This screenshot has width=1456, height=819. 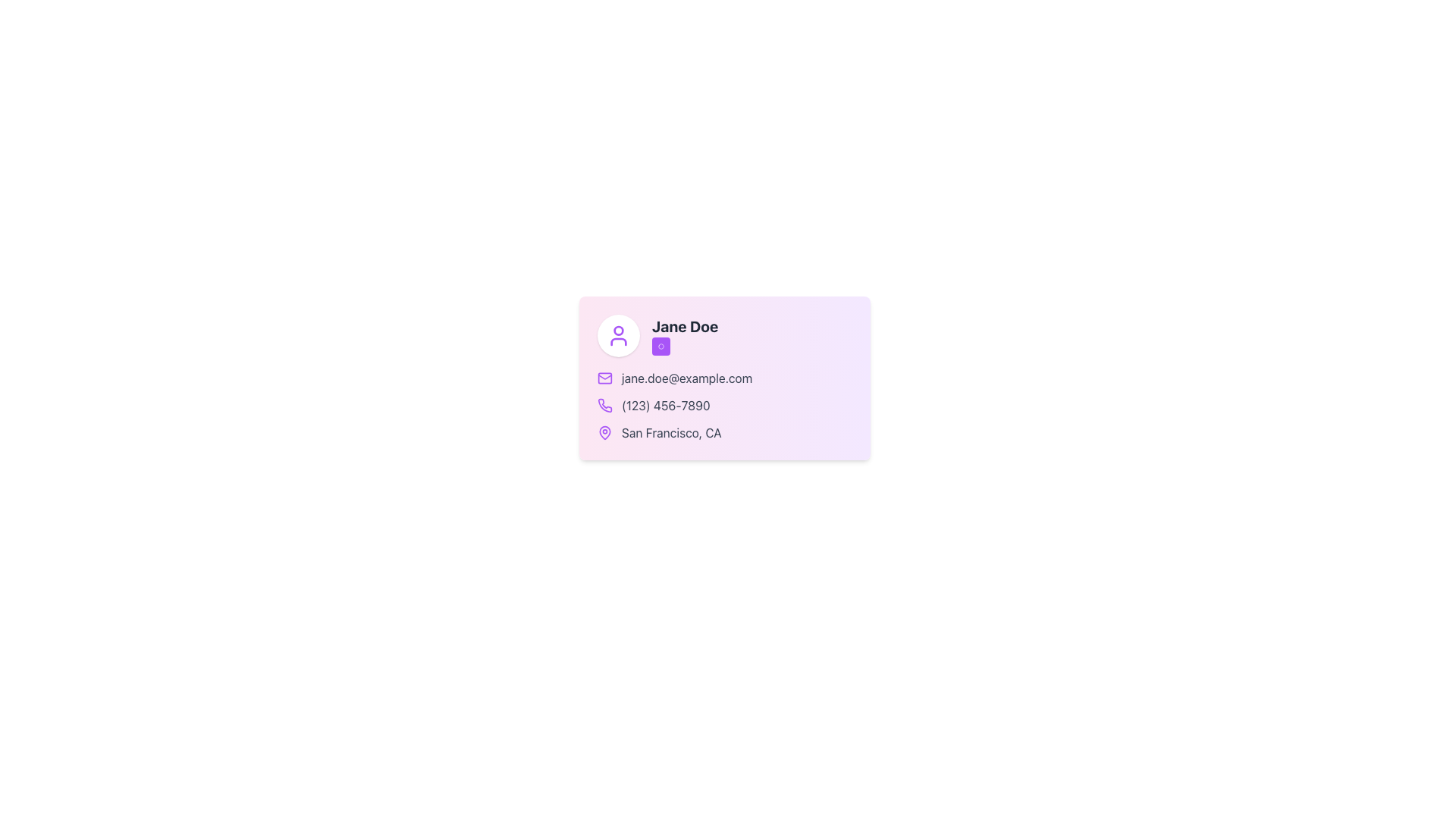 I want to click on the inner rectangle of the envelope icon that represents the envelope's main body, so click(x=604, y=377).